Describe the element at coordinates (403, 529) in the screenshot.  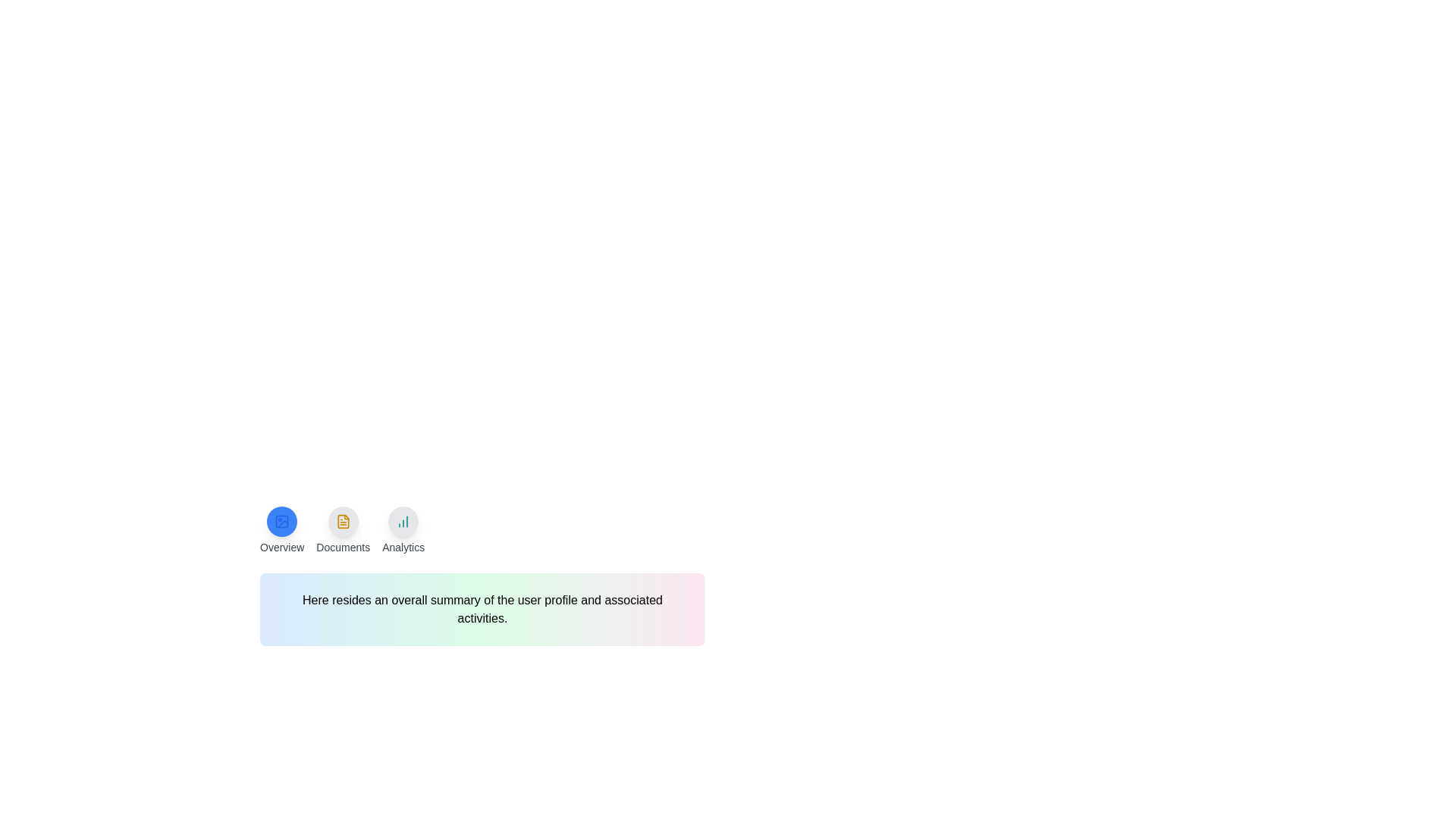
I see `the Analytics navigation button, which features a circular area with a gray background and a text label below reading 'Analytics'` at that location.